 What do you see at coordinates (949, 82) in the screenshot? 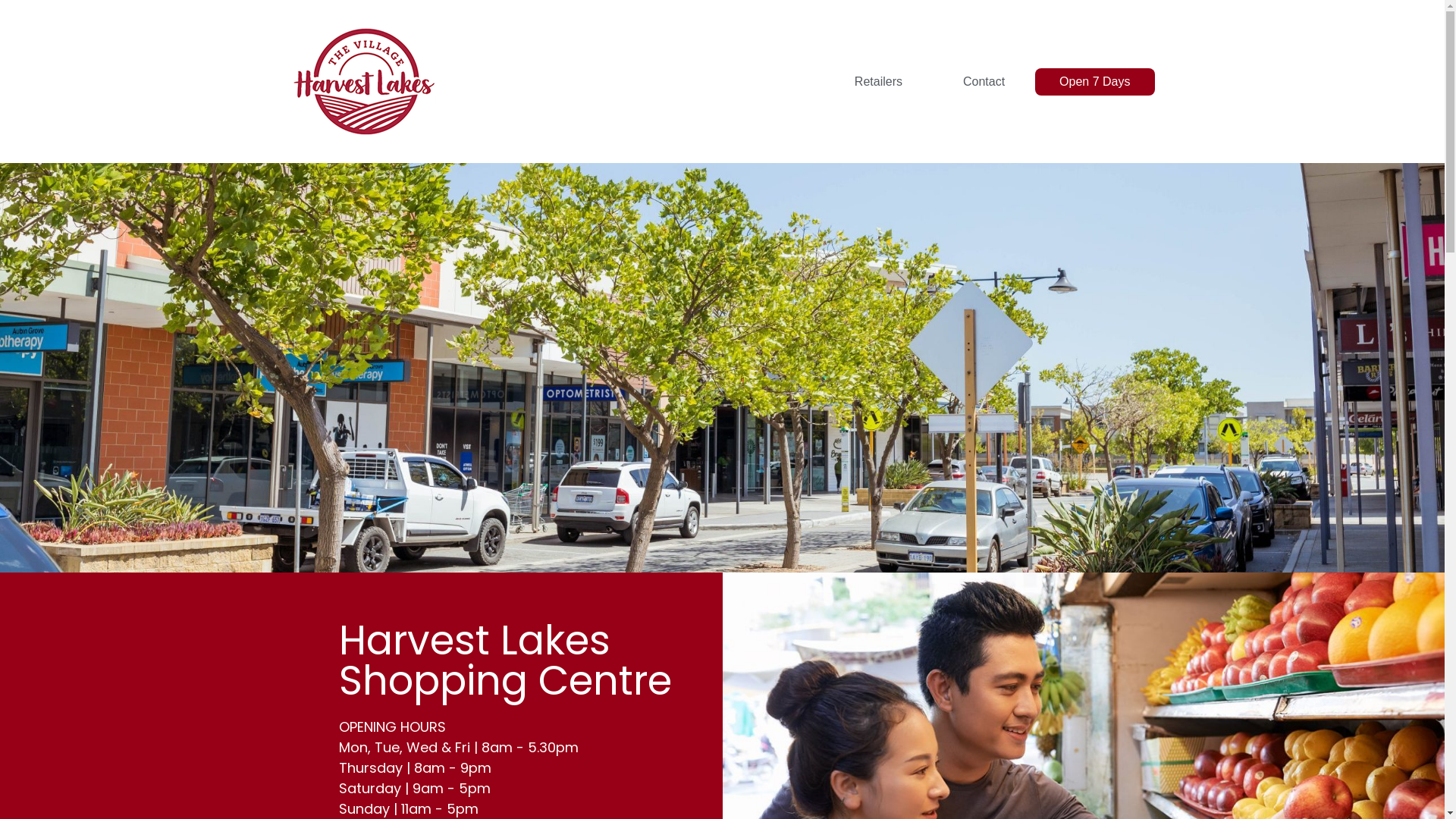
I see `'Contact'` at bounding box center [949, 82].